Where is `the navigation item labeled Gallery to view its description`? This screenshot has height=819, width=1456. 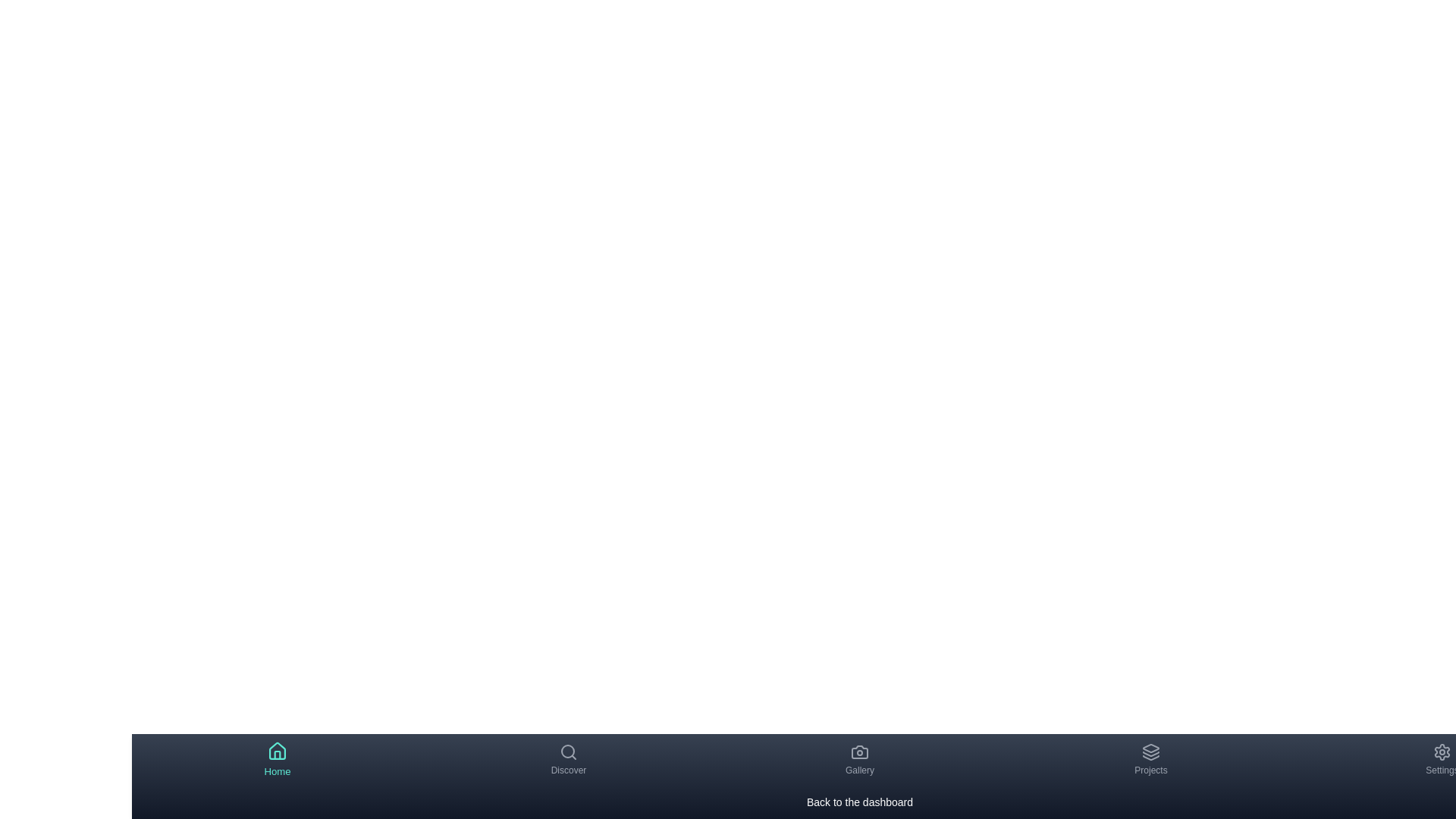 the navigation item labeled Gallery to view its description is located at coordinates (859, 760).